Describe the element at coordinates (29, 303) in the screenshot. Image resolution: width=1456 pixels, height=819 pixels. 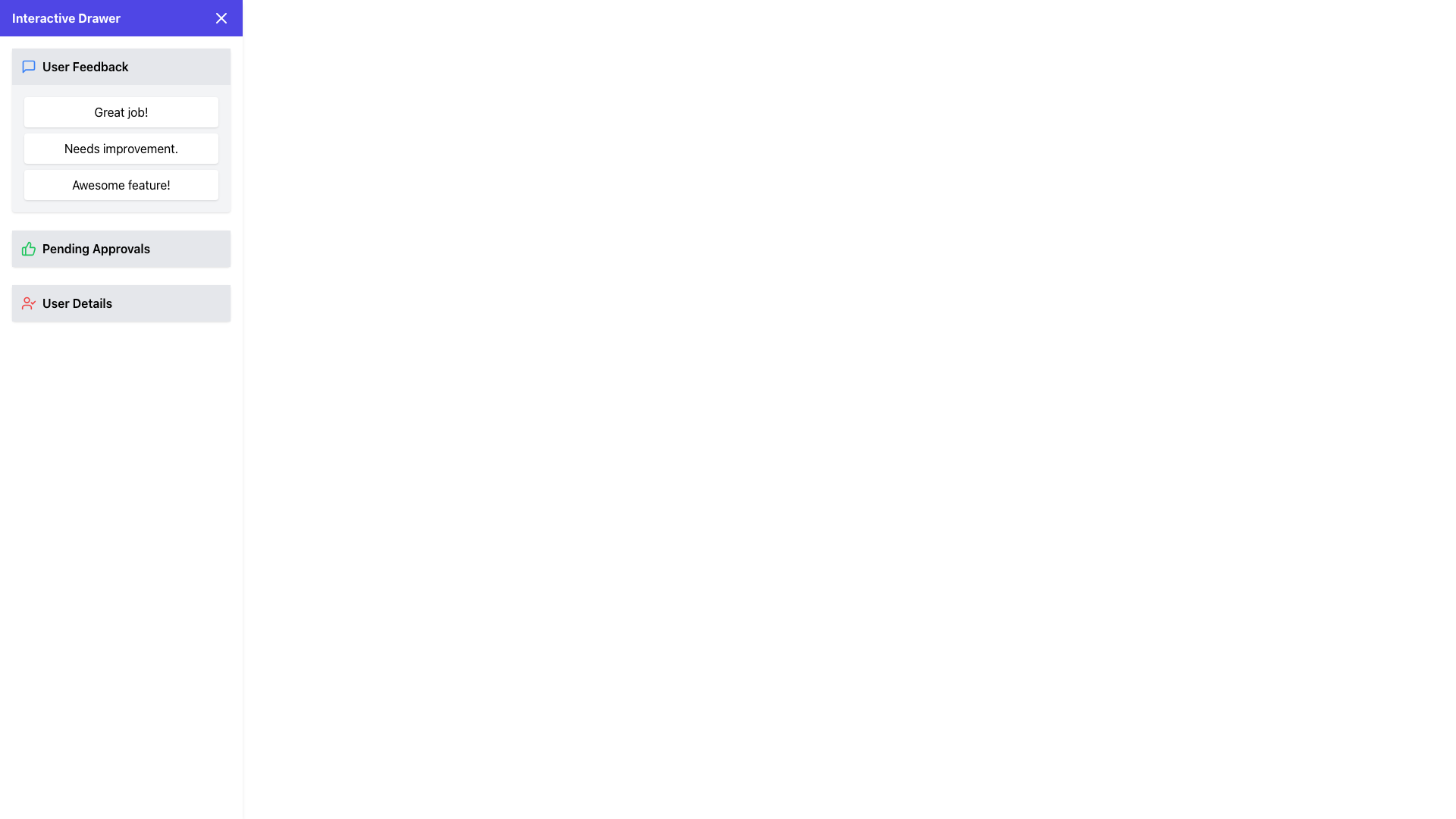
I see `the red checkmark icon indicating user-related information located in the bottom-left section of the visible panel, to the left of the 'User Details' text` at that location.